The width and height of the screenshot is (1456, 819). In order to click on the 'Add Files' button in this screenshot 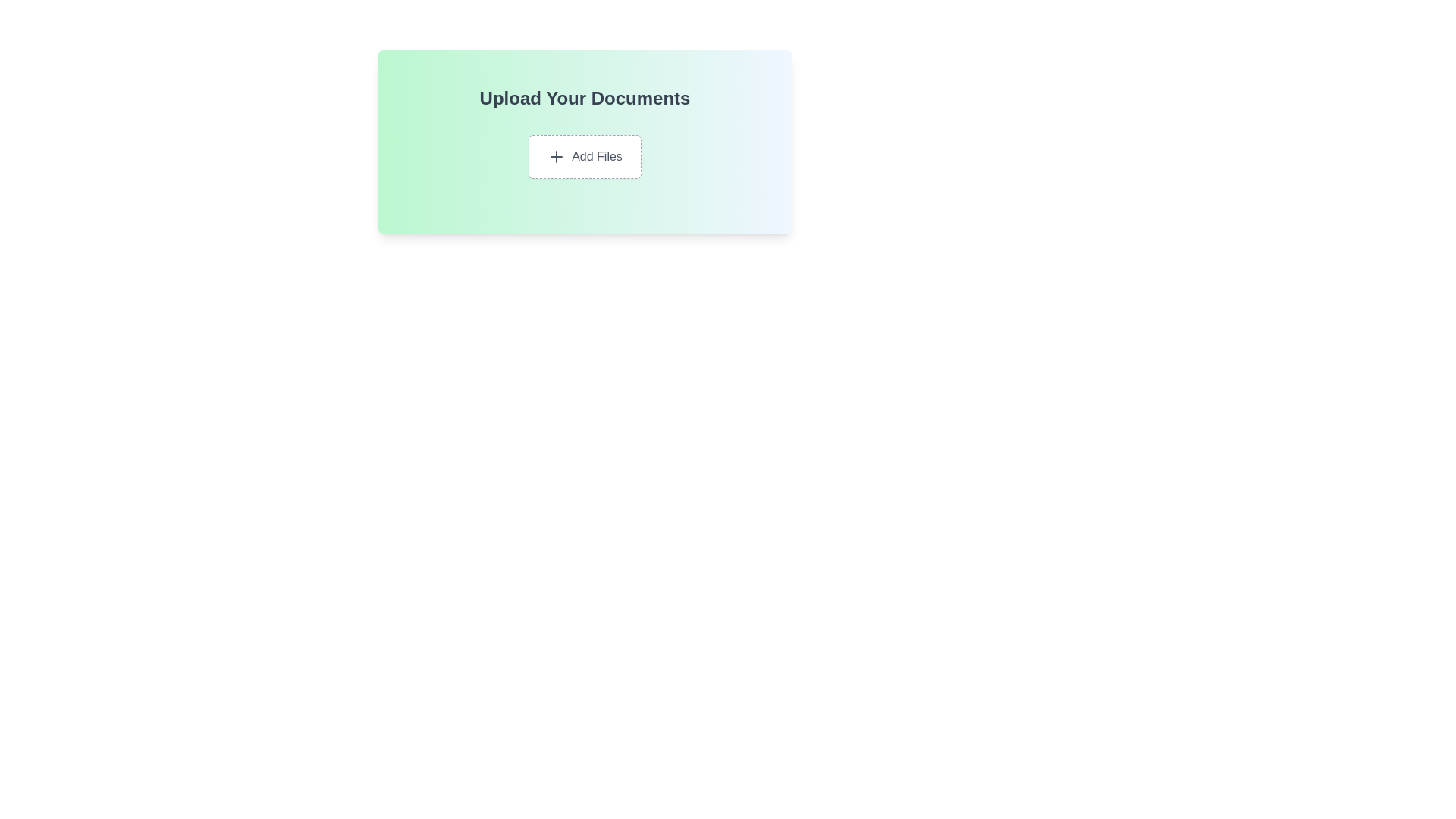, I will do `click(584, 157)`.